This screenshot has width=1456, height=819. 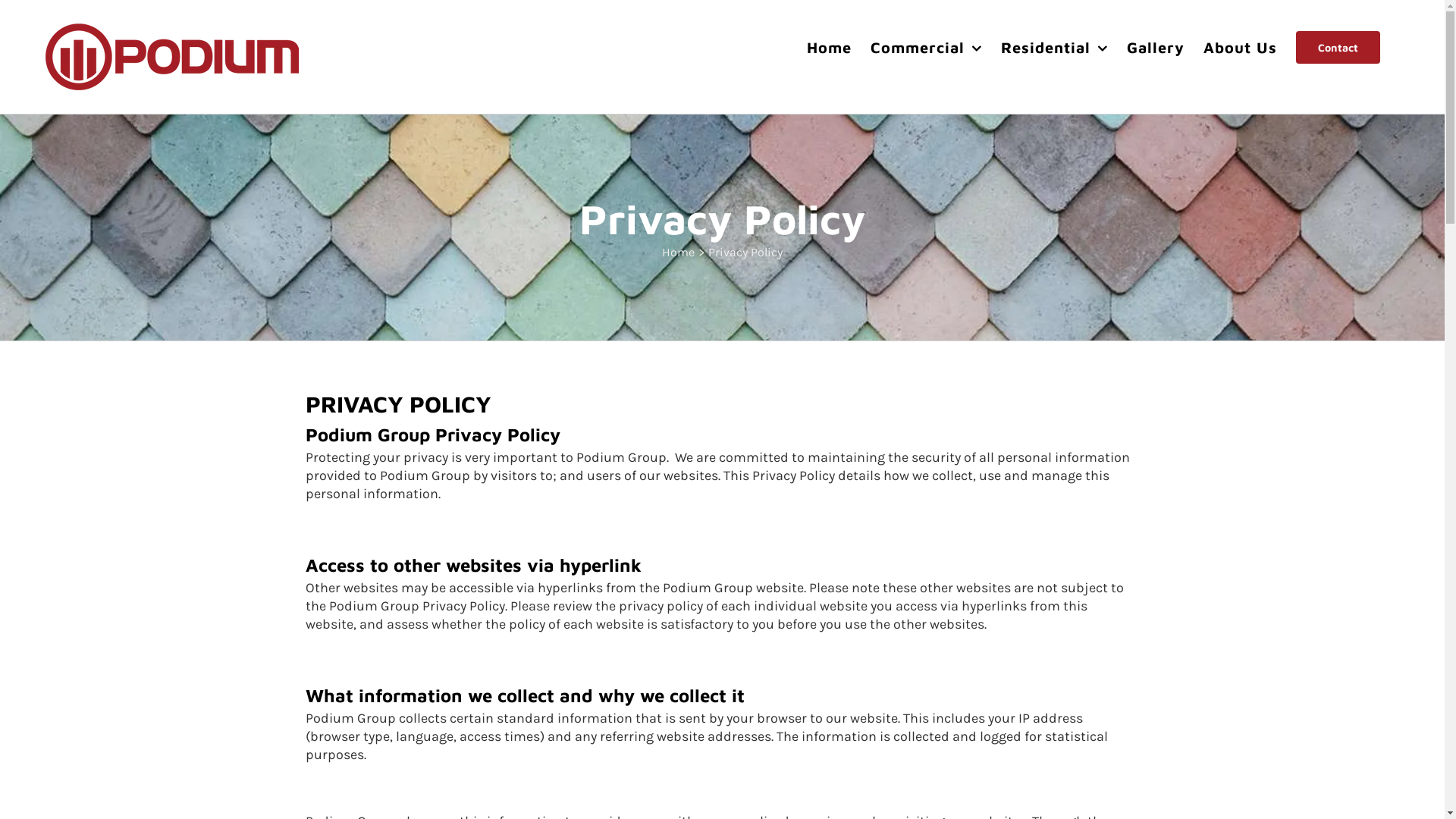 What do you see at coordinates (1338, 46) in the screenshot?
I see `'Contact'` at bounding box center [1338, 46].